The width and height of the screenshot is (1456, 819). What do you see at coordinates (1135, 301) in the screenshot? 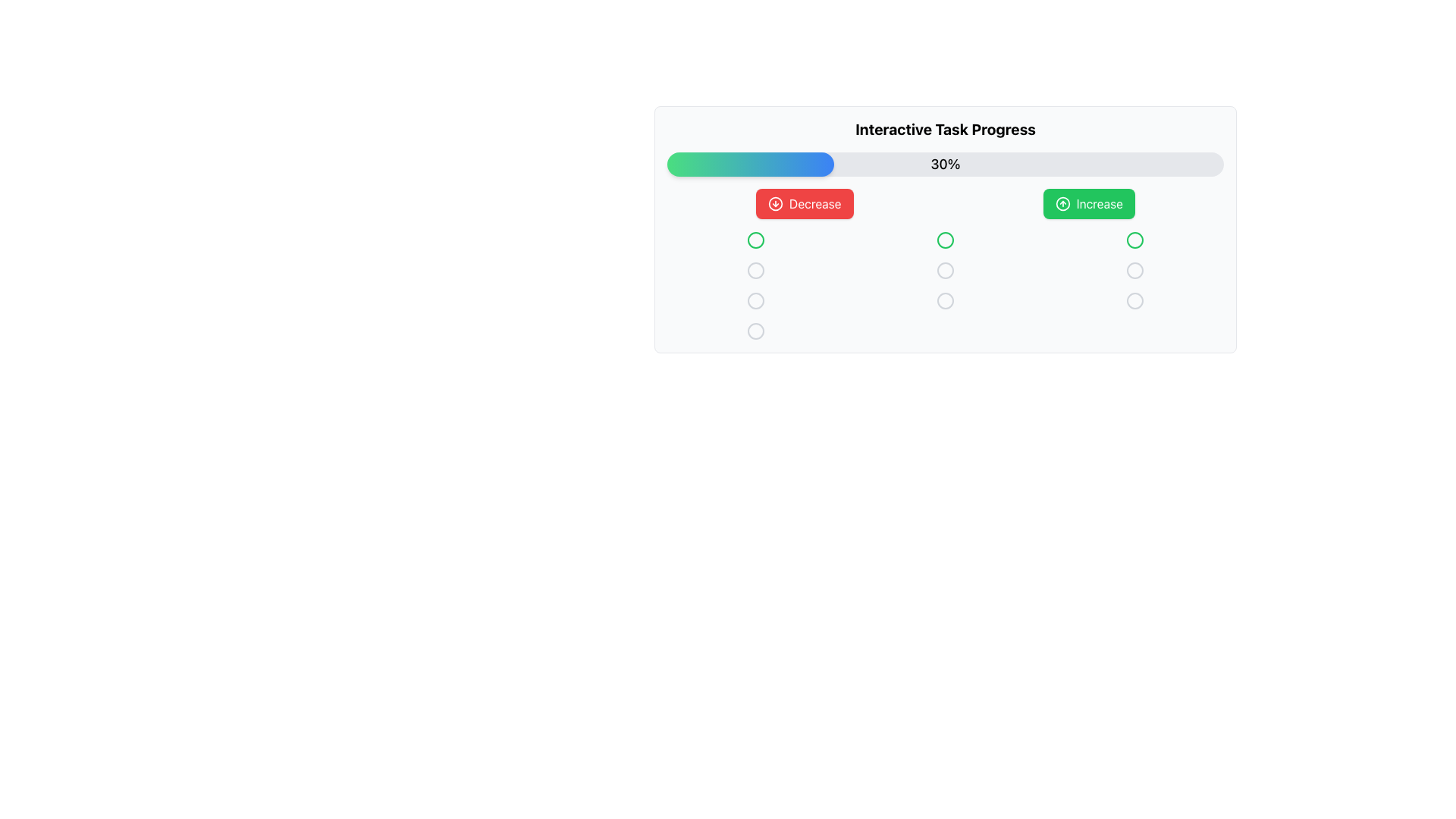
I see `the circular icon with a light gray border and hollow center located at the bottom-right of the grid` at bounding box center [1135, 301].